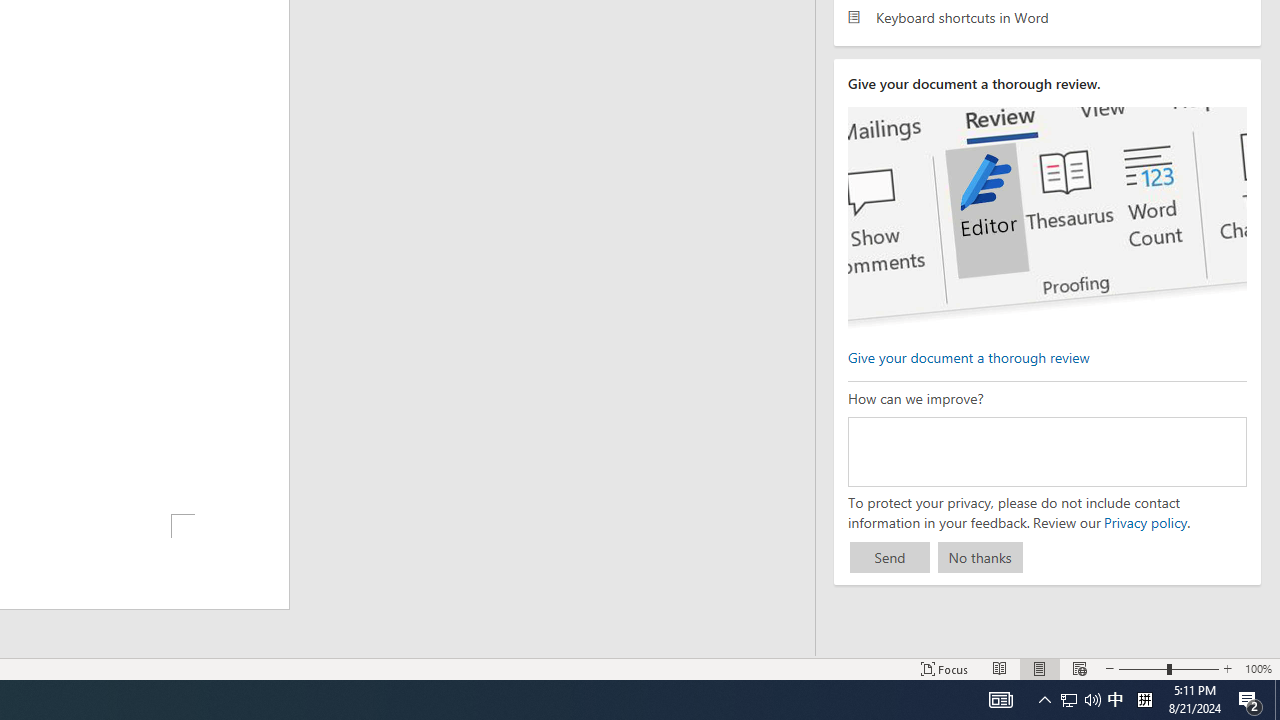  I want to click on 'Focus ', so click(943, 669).